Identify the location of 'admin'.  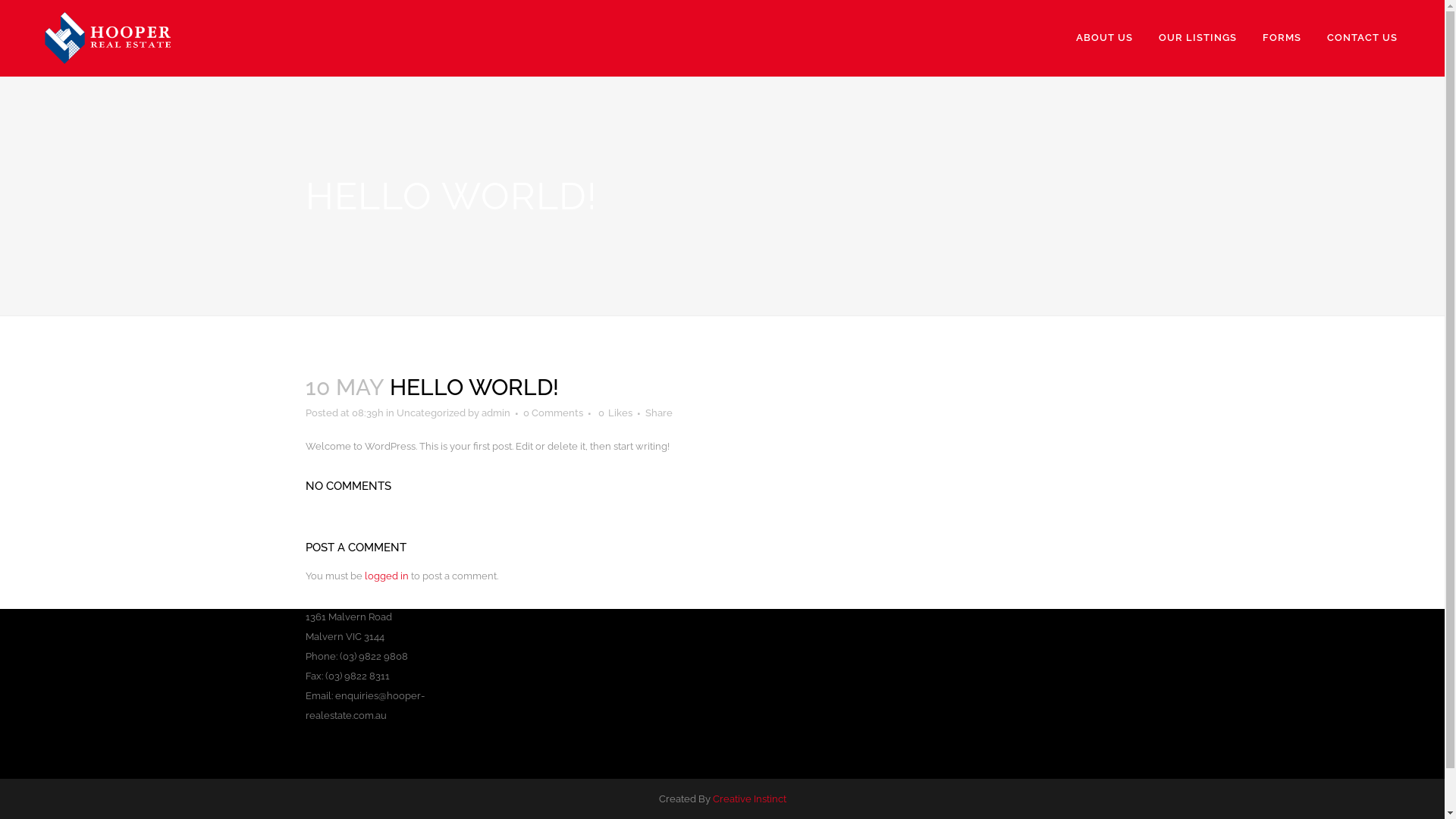
(494, 413).